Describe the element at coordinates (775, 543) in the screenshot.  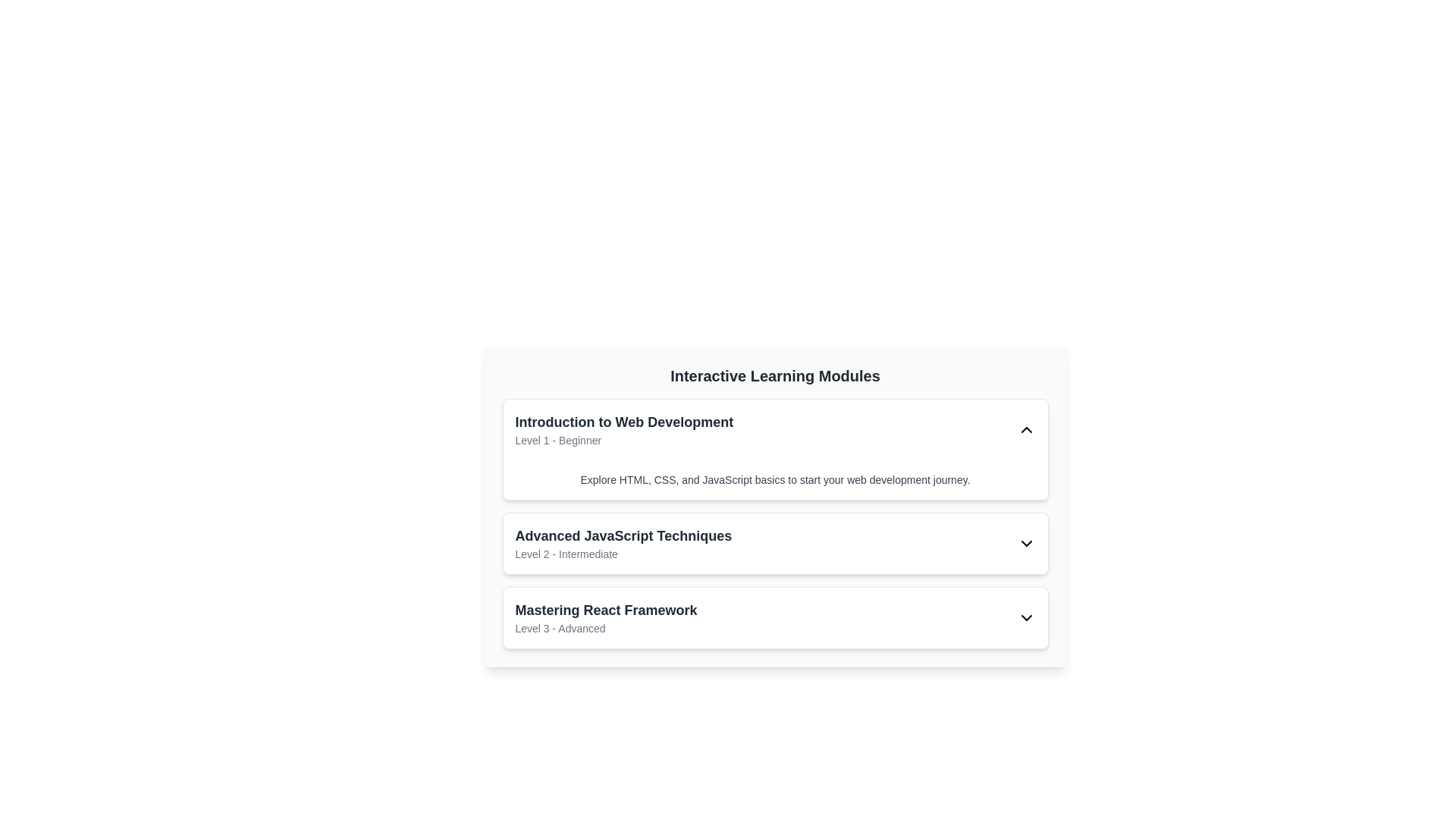
I see `the interactive list item for 'Advanced JavaScript Techniques'` at that location.